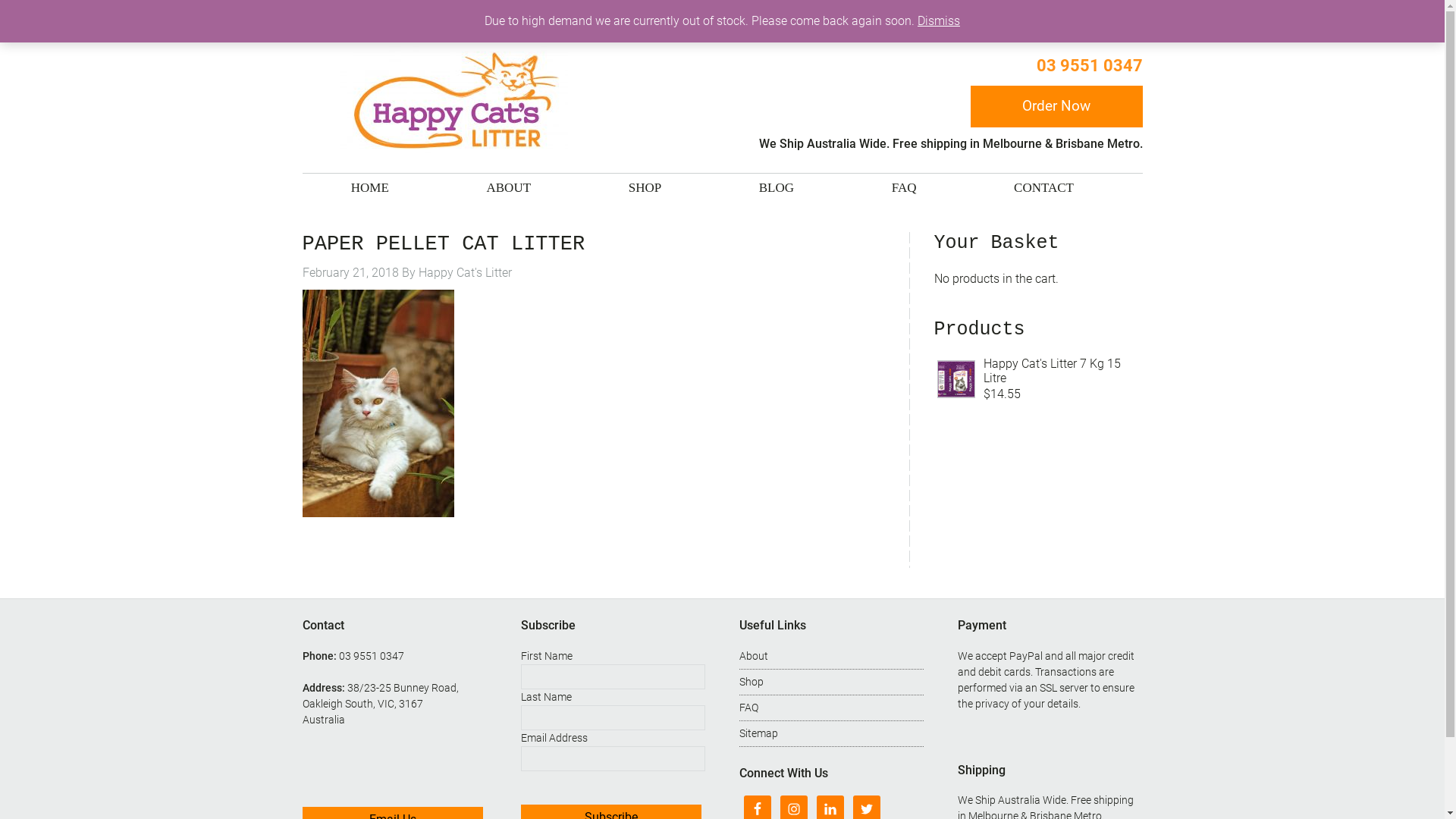  What do you see at coordinates (753, 654) in the screenshot?
I see `'About'` at bounding box center [753, 654].